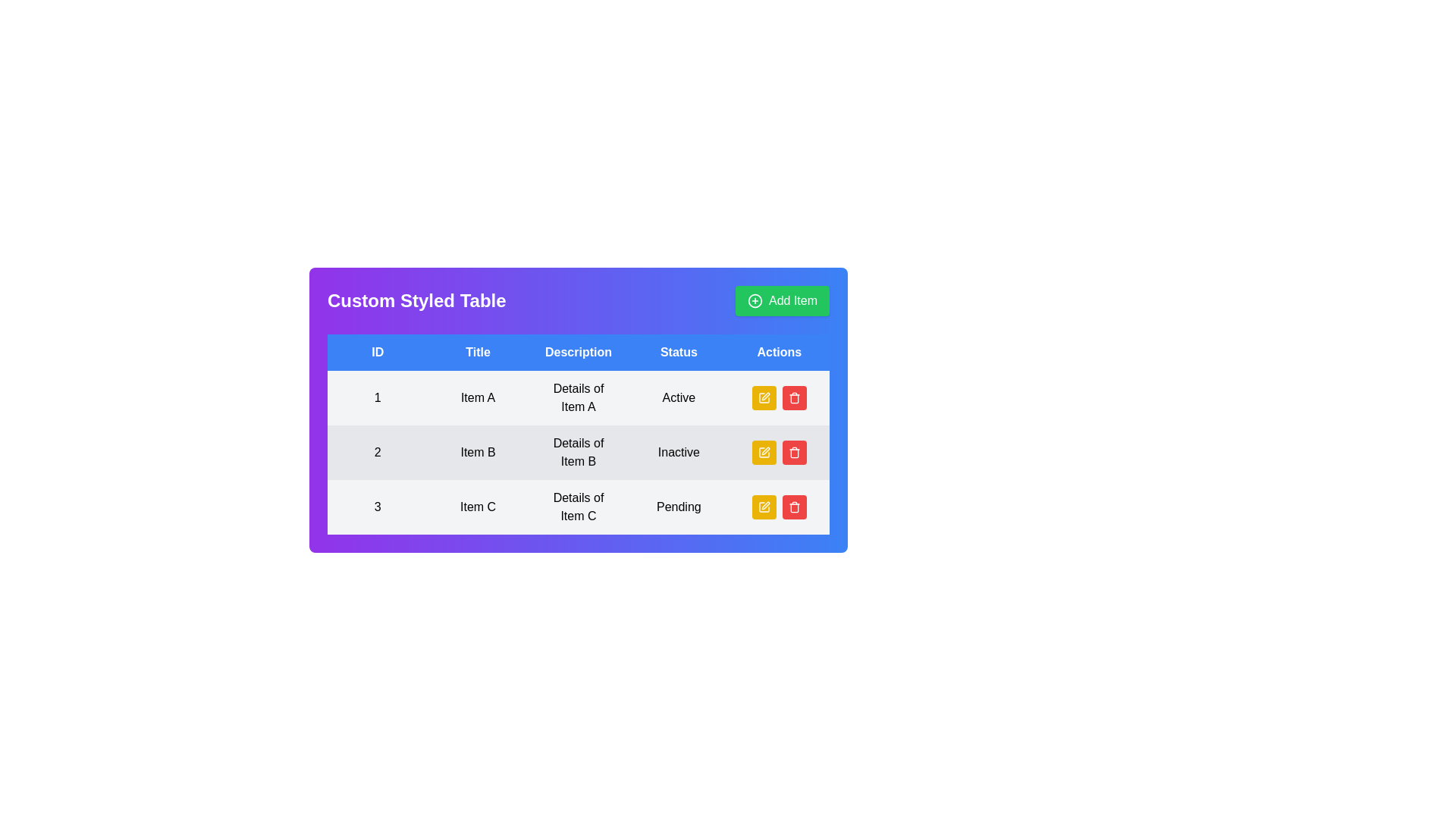 The image size is (1456, 819). I want to click on text of the numeric label displaying the value '3' located in the first column of the third row under the 'ID' column, so click(378, 507).